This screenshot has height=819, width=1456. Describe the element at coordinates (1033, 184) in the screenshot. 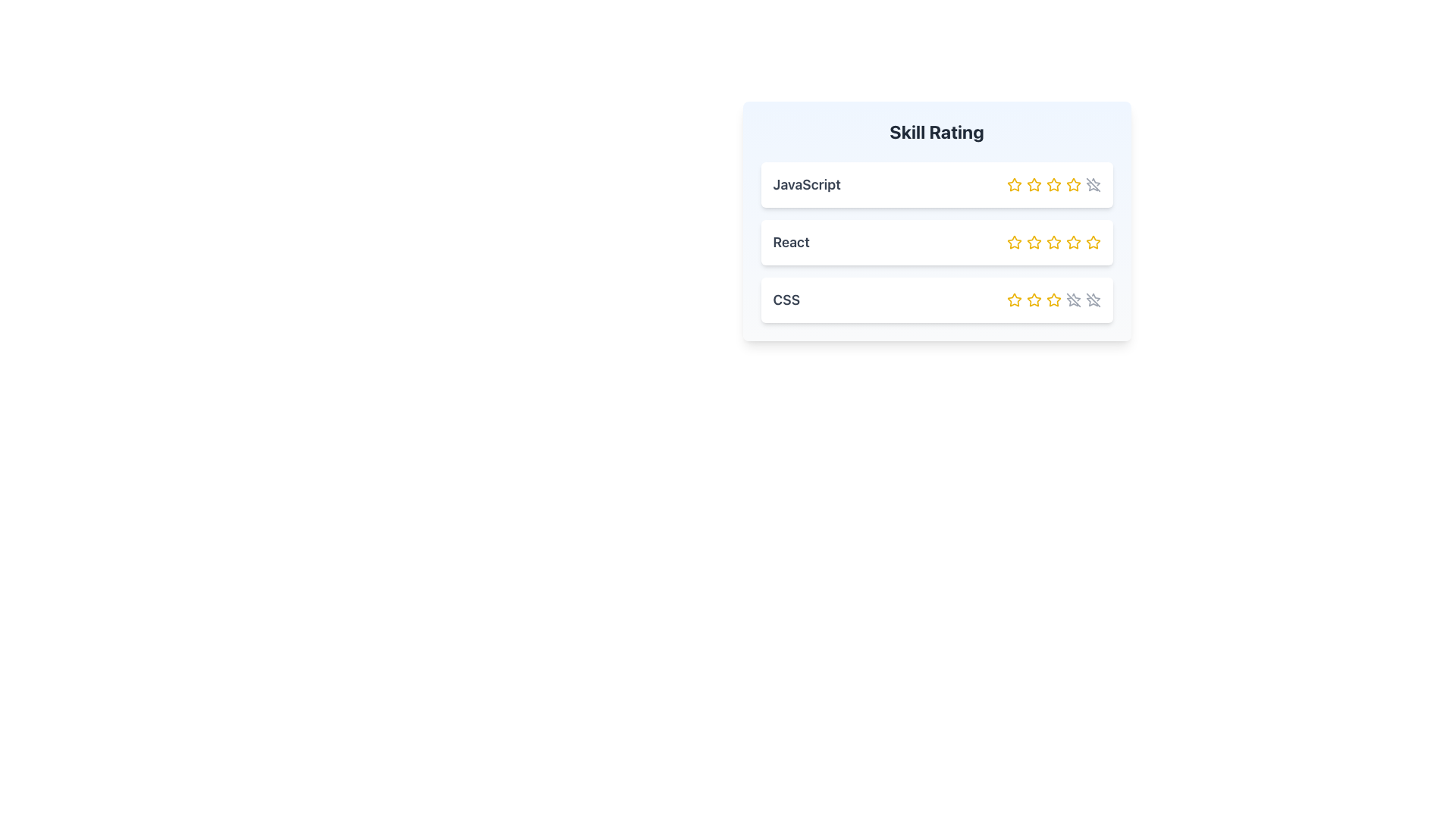

I see `the second star icon` at that location.